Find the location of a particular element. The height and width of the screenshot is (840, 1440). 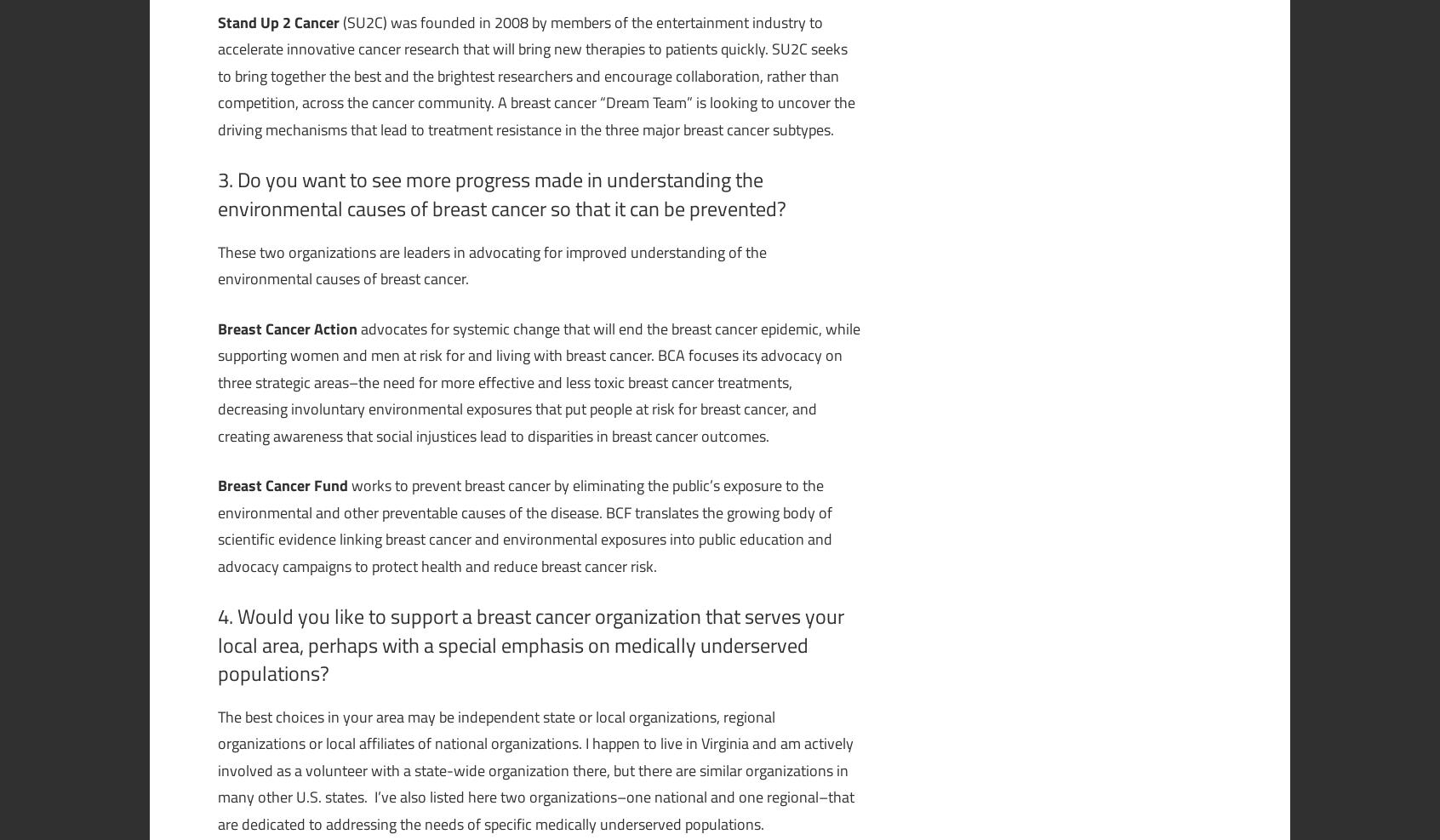

'The best choices in your area may be independent state or local organizations, regional organizations or local affiliates of national organizations. I happen to live in Virginia and am actively involved as a volunteer with a state-wide organization there, but there are similar organizations in many other U.S. states.  I’ve also listed here two organizations–one national and one regional–that are dedicated to addressing the needs of specific medically underserved populations.' is located at coordinates (534, 769).